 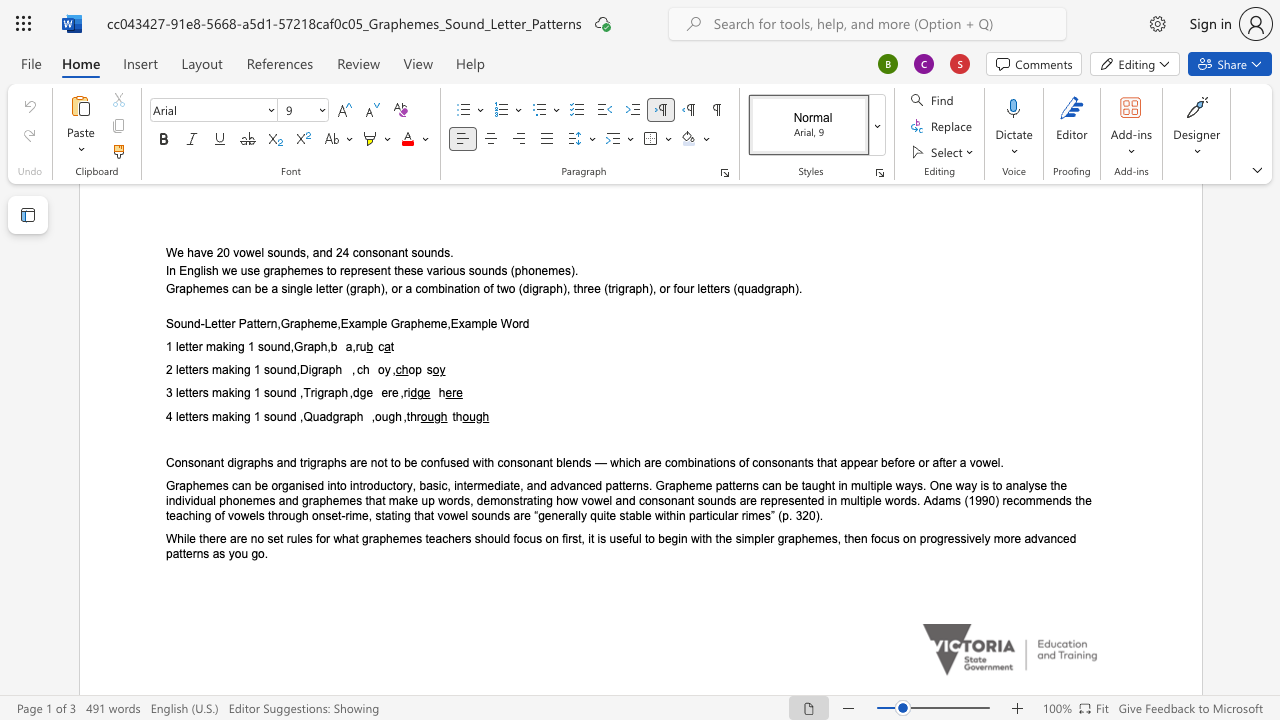 I want to click on the 4th character "s" in the text, so click(x=452, y=462).